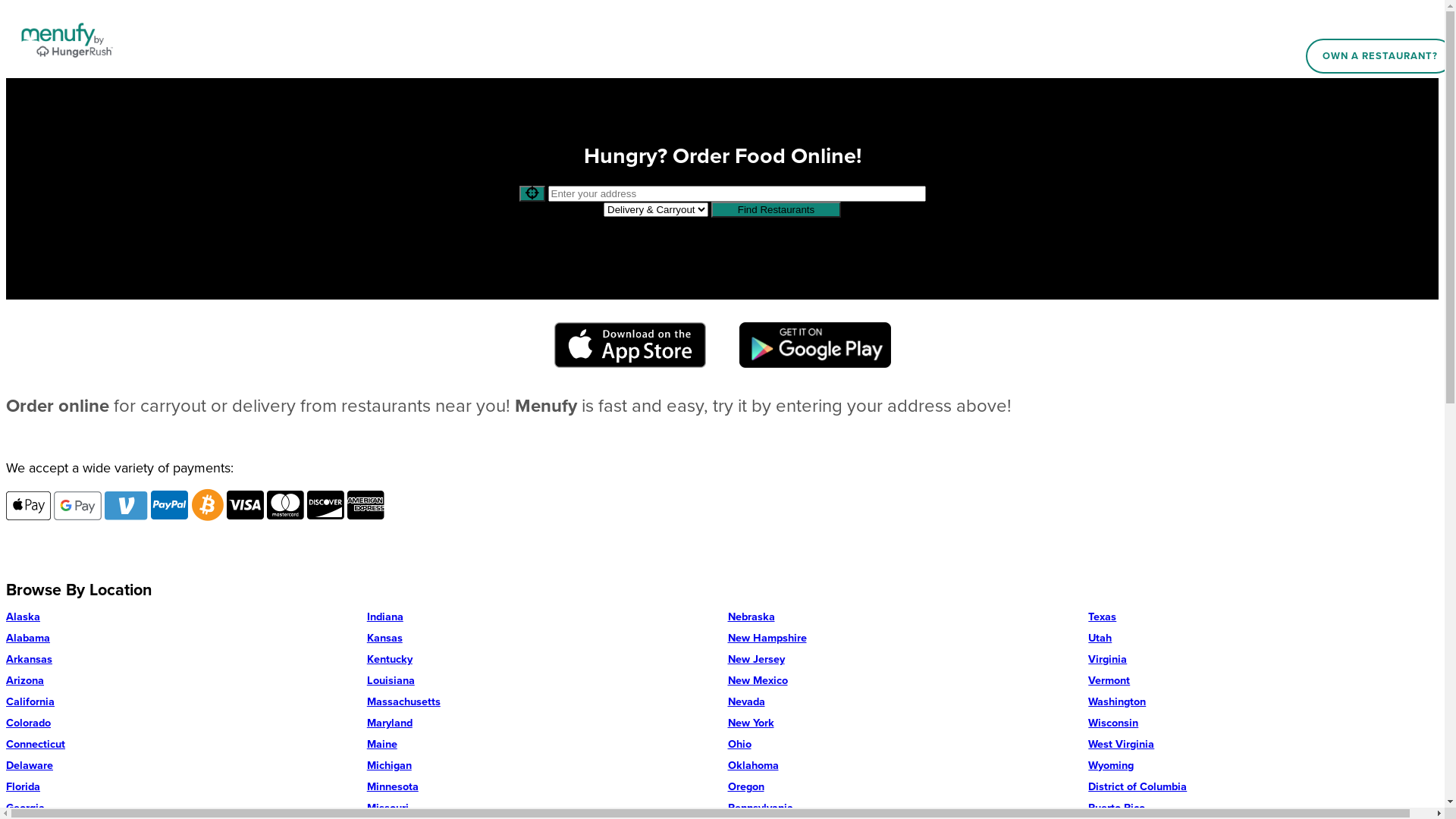 This screenshot has width=1456, height=819. What do you see at coordinates (225, 504) in the screenshot?
I see `'Accepts Visa'` at bounding box center [225, 504].